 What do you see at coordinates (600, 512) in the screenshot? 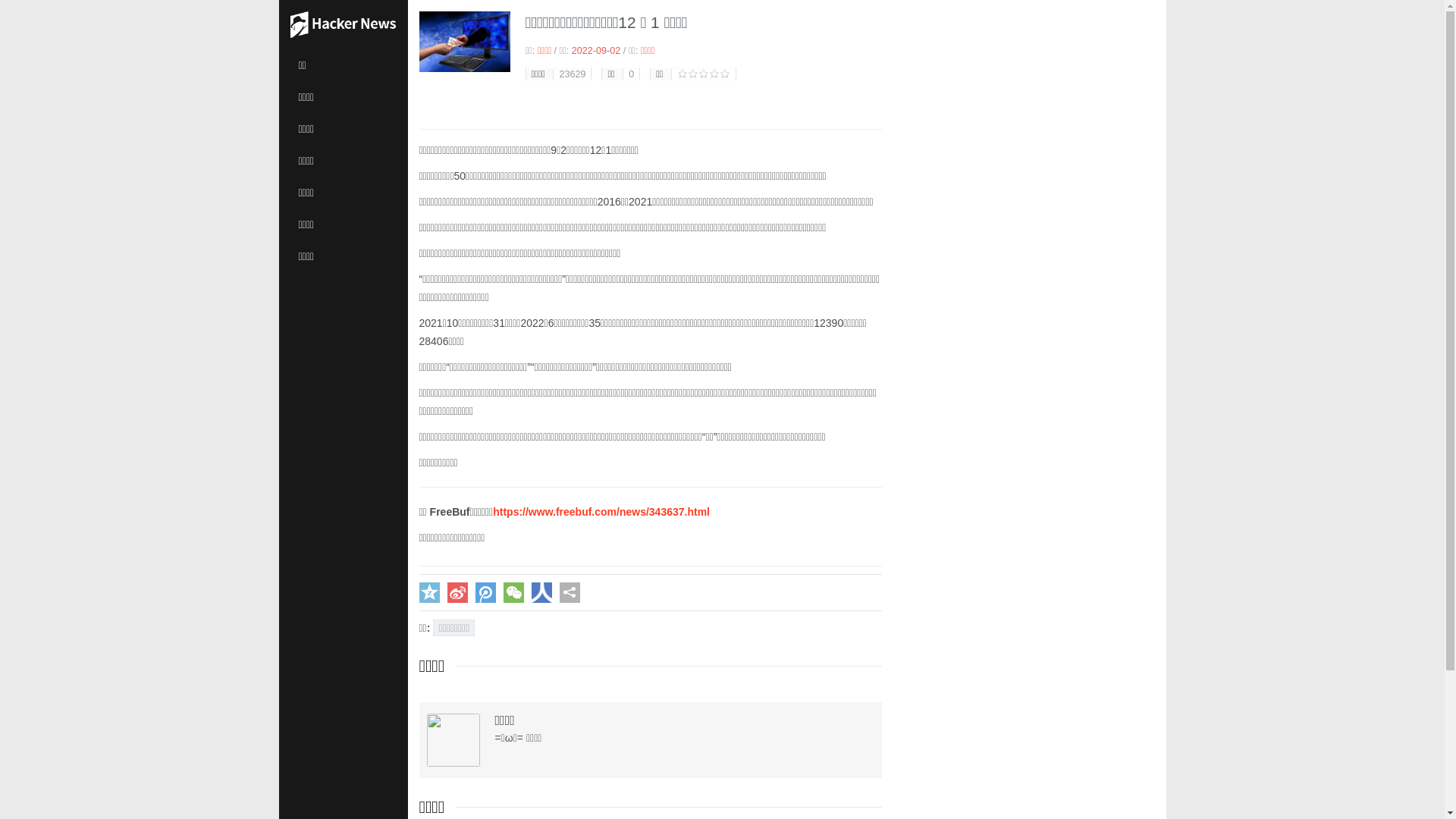
I see `'https://www.freebuf.com/news/343637.html'` at bounding box center [600, 512].